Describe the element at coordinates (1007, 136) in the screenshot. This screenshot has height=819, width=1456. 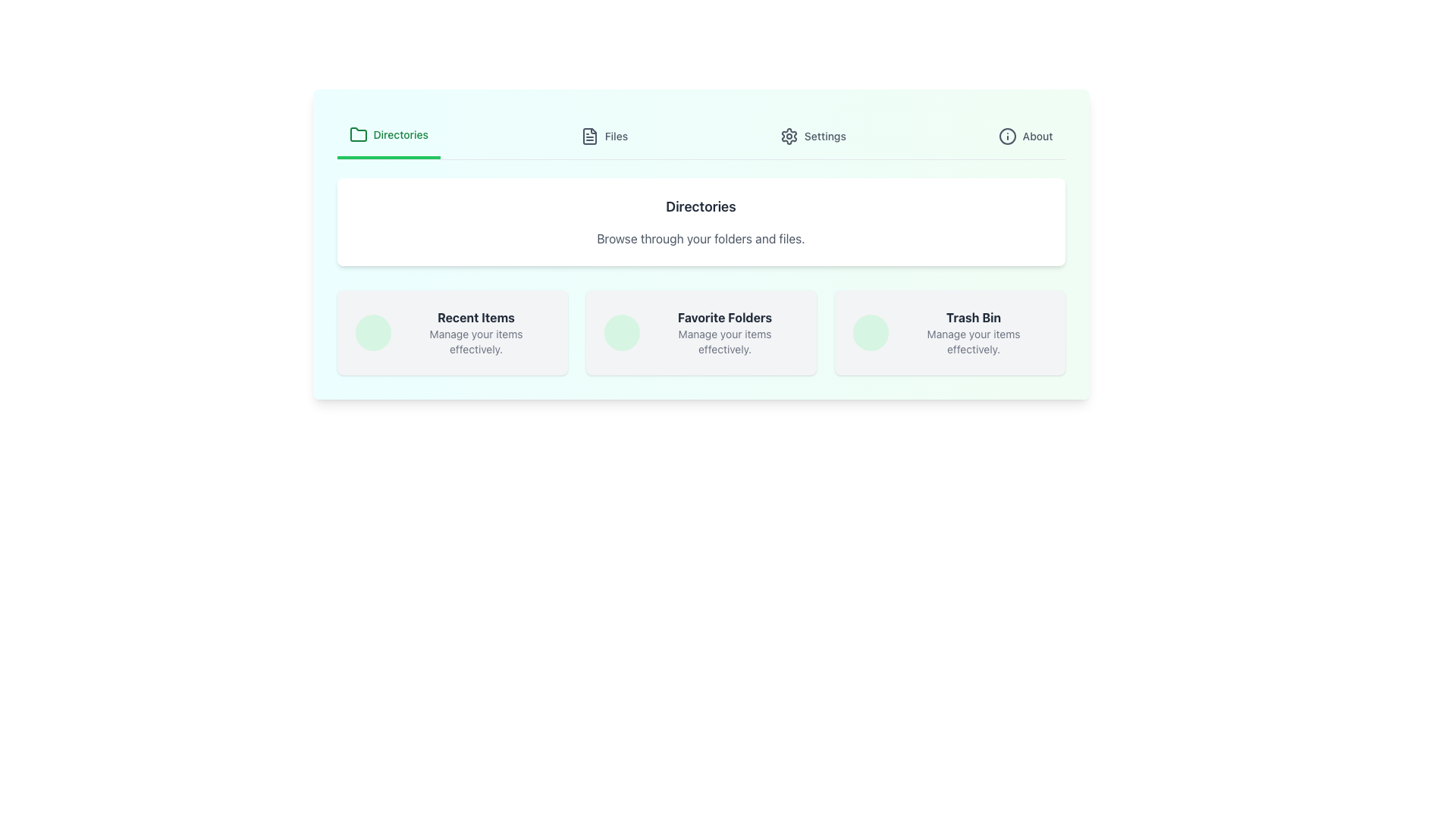
I see `the circular component of the 'info' icon located at the top-right corner of the interface near the 'About' text` at that location.